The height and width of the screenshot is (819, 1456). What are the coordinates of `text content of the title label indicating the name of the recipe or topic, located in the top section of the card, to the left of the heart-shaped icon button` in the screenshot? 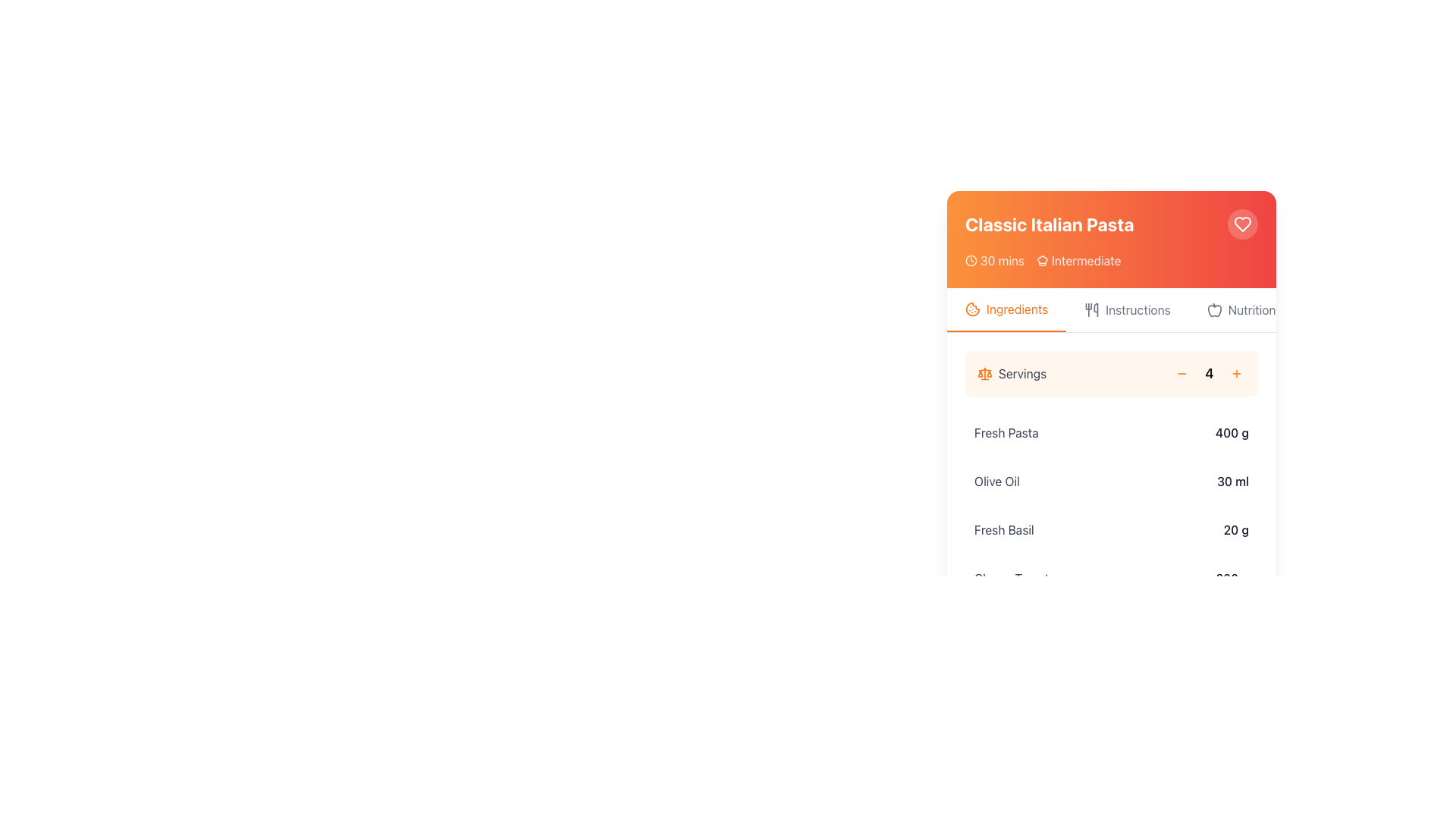 It's located at (1049, 224).